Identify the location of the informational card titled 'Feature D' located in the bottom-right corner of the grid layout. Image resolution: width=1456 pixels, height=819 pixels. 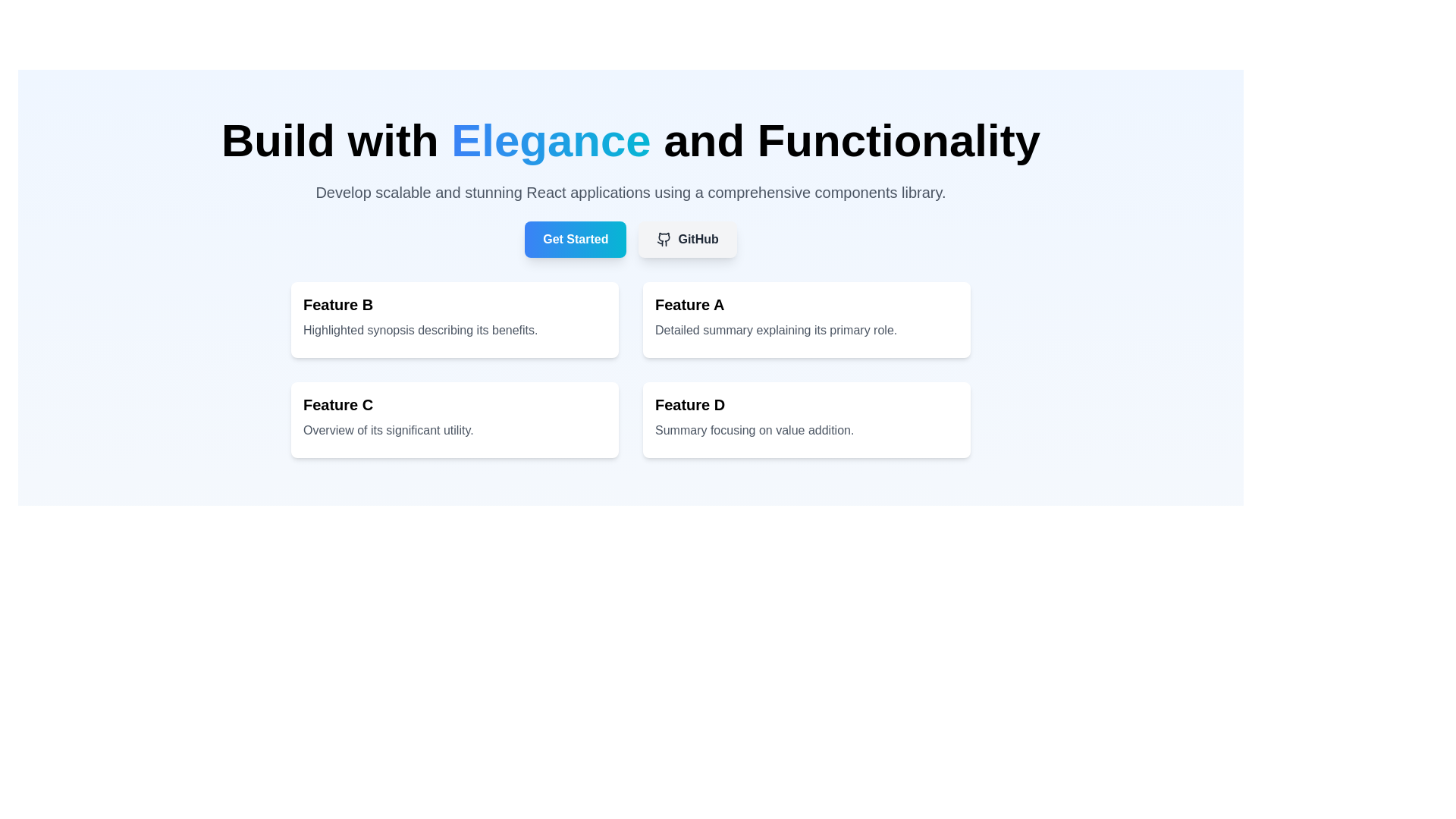
(806, 420).